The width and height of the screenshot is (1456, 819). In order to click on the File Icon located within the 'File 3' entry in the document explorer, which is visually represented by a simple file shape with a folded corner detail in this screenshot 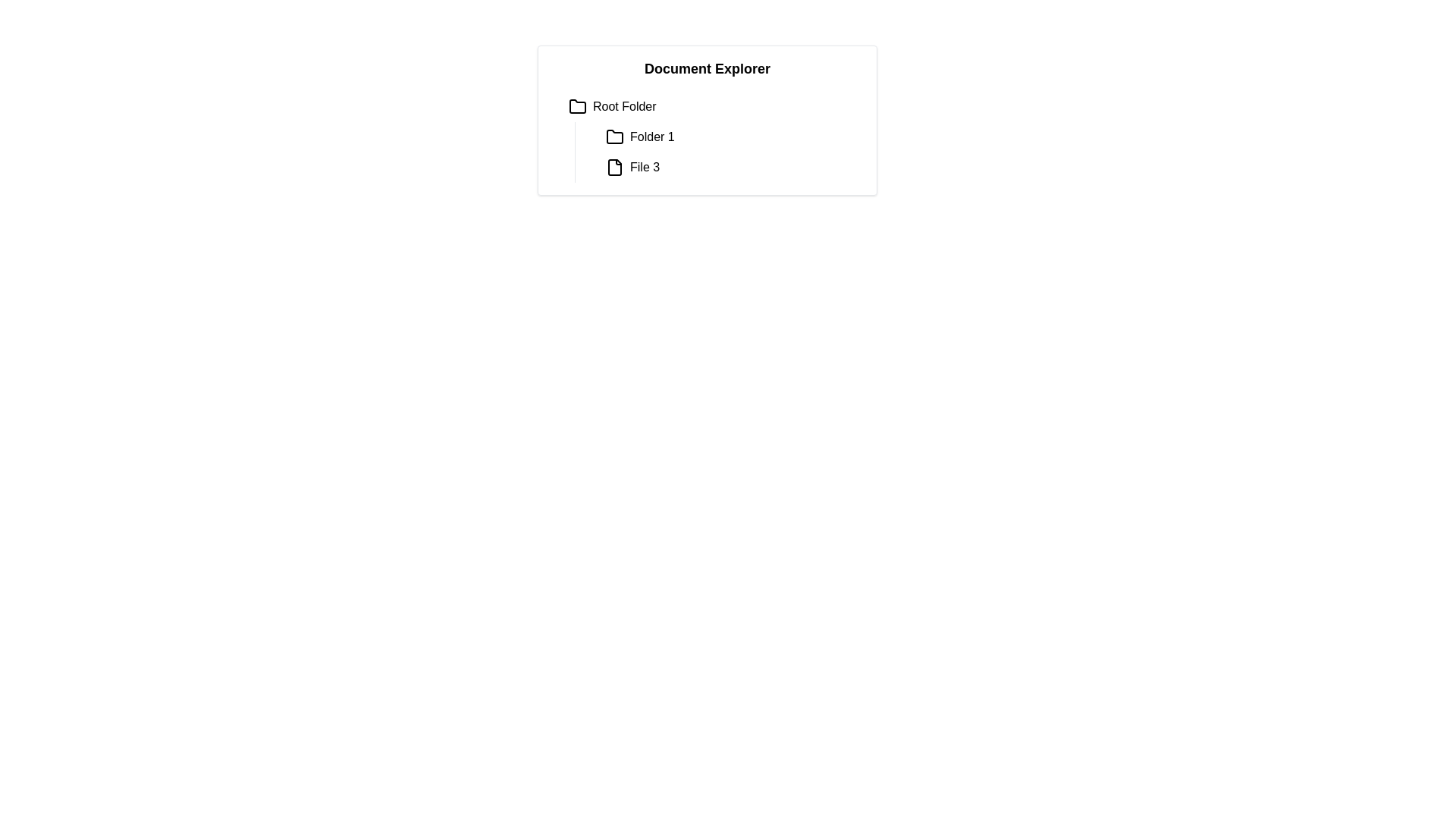, I will do `click(615, 167)`.